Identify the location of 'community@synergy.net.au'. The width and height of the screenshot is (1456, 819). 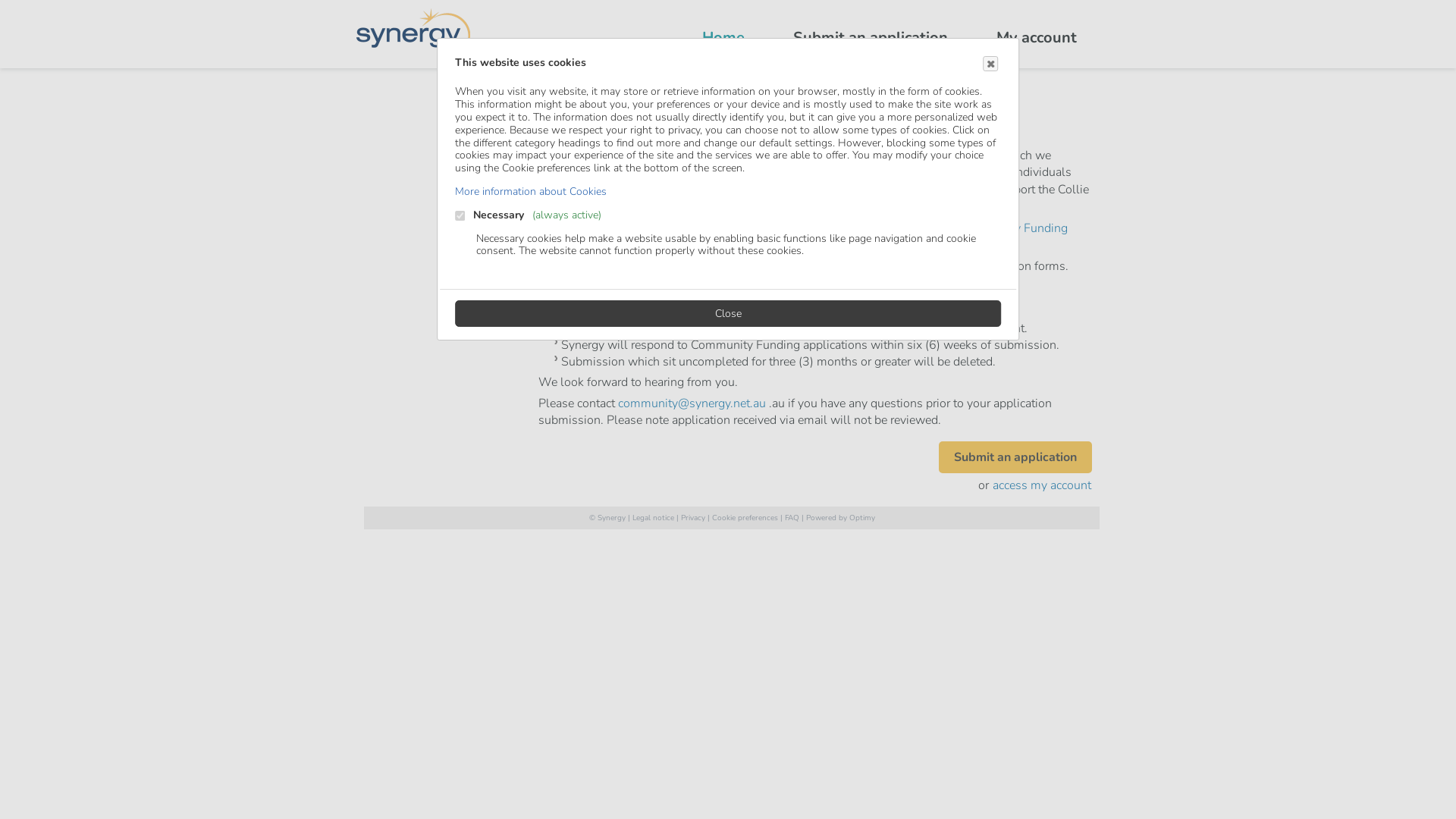
(691, 403).